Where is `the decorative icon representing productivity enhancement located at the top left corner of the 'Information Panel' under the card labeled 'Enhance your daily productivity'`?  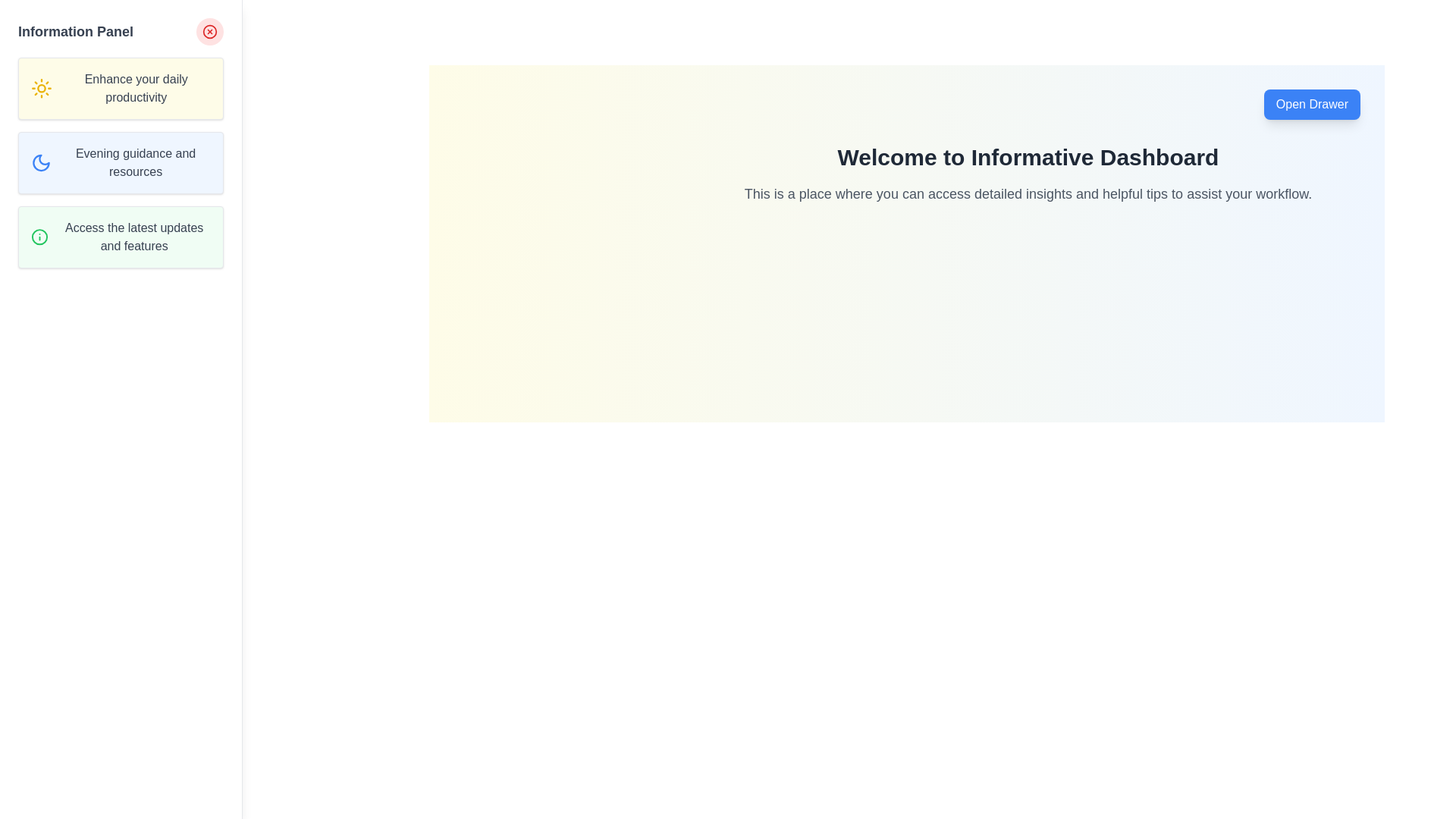 the decorative icon representing productivity enhancement located at the top left corner of the 'Information Panel' under the card labeled 'Enhance your daily productivity' is located at coordinates (42, 88).